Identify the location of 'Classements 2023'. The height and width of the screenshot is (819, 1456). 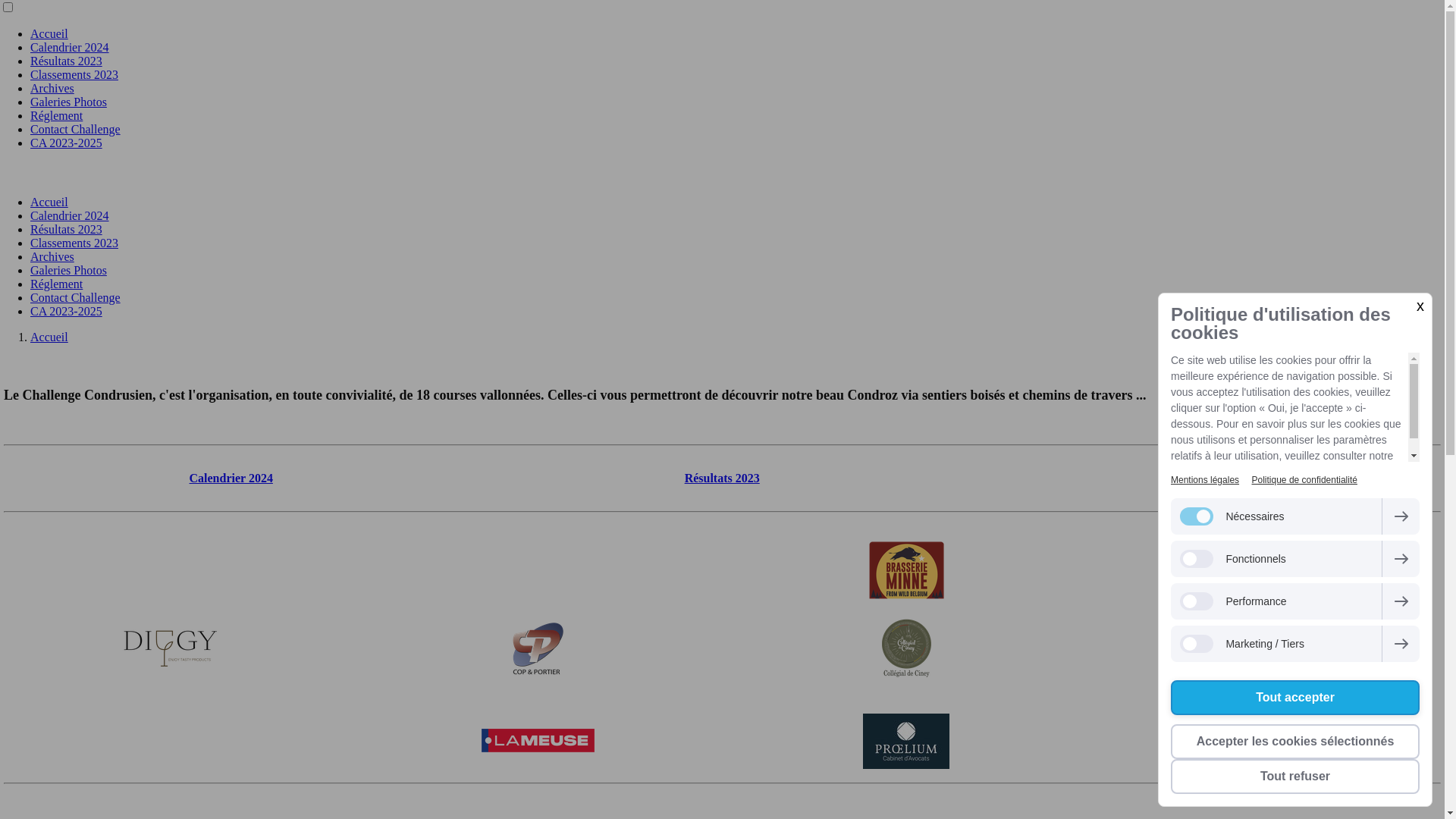
(73, 74).